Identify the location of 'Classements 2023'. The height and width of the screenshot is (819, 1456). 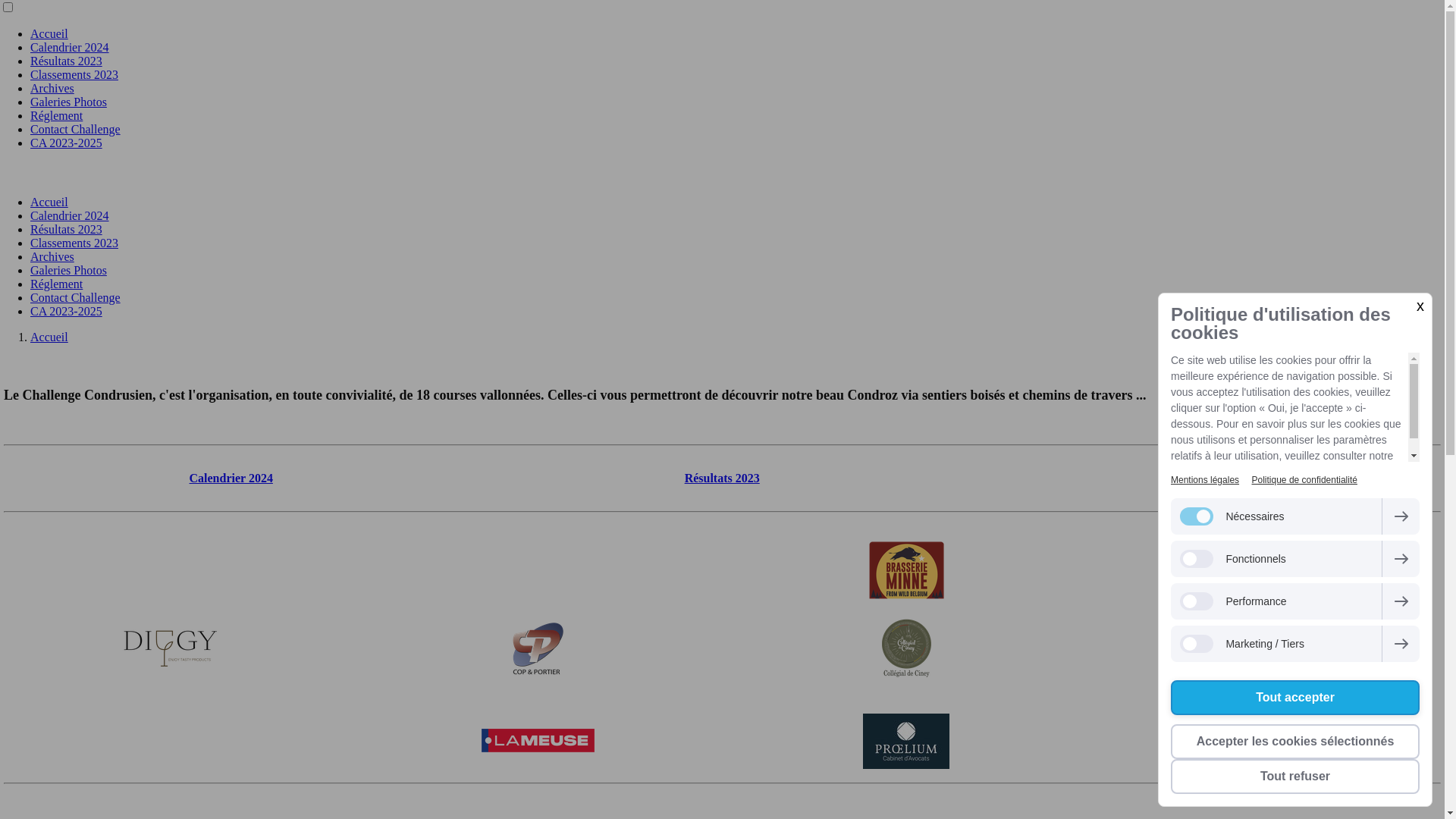
(73, 74).